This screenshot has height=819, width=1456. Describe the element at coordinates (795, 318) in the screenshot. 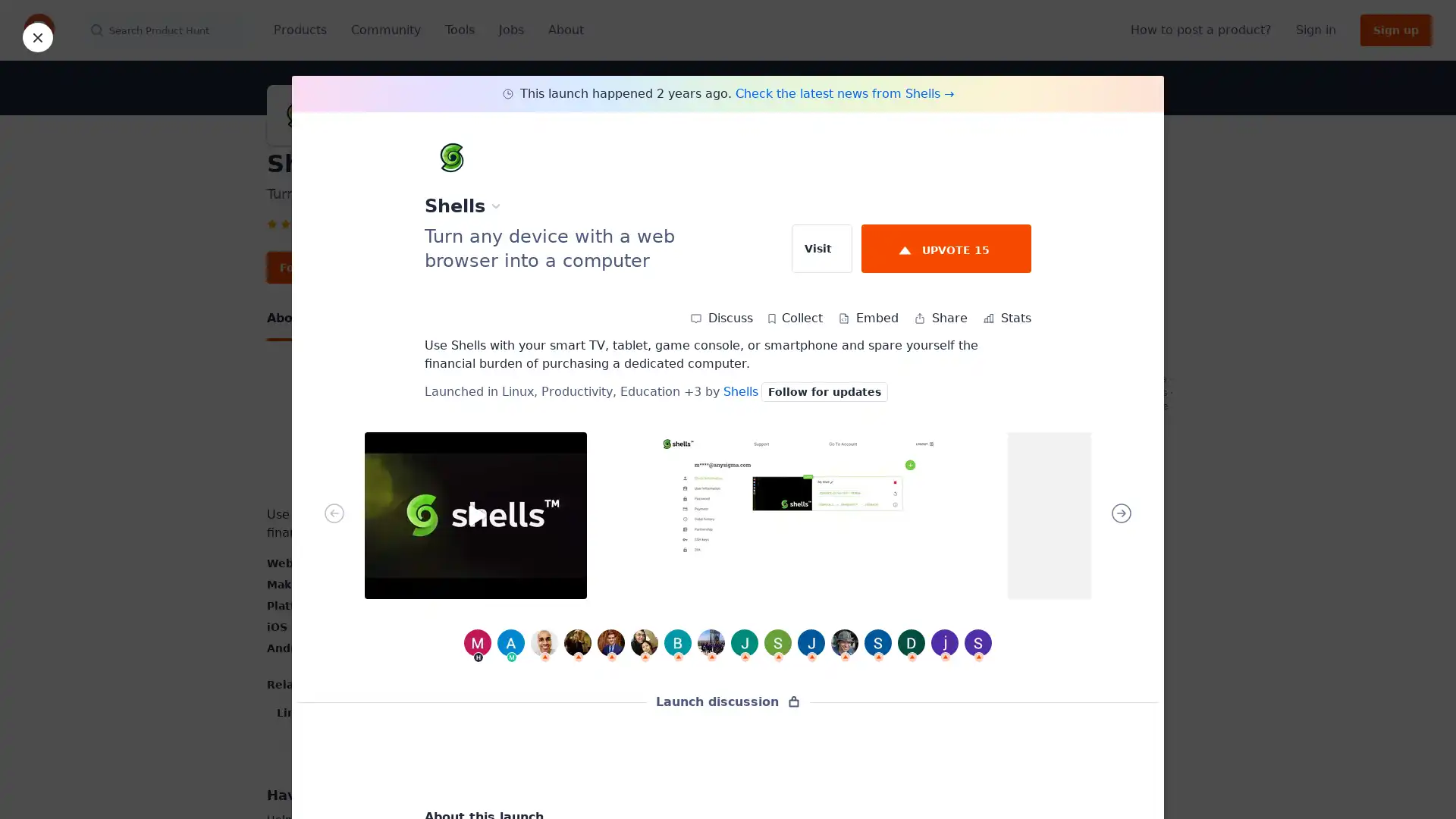

I see `Collect` at that location.